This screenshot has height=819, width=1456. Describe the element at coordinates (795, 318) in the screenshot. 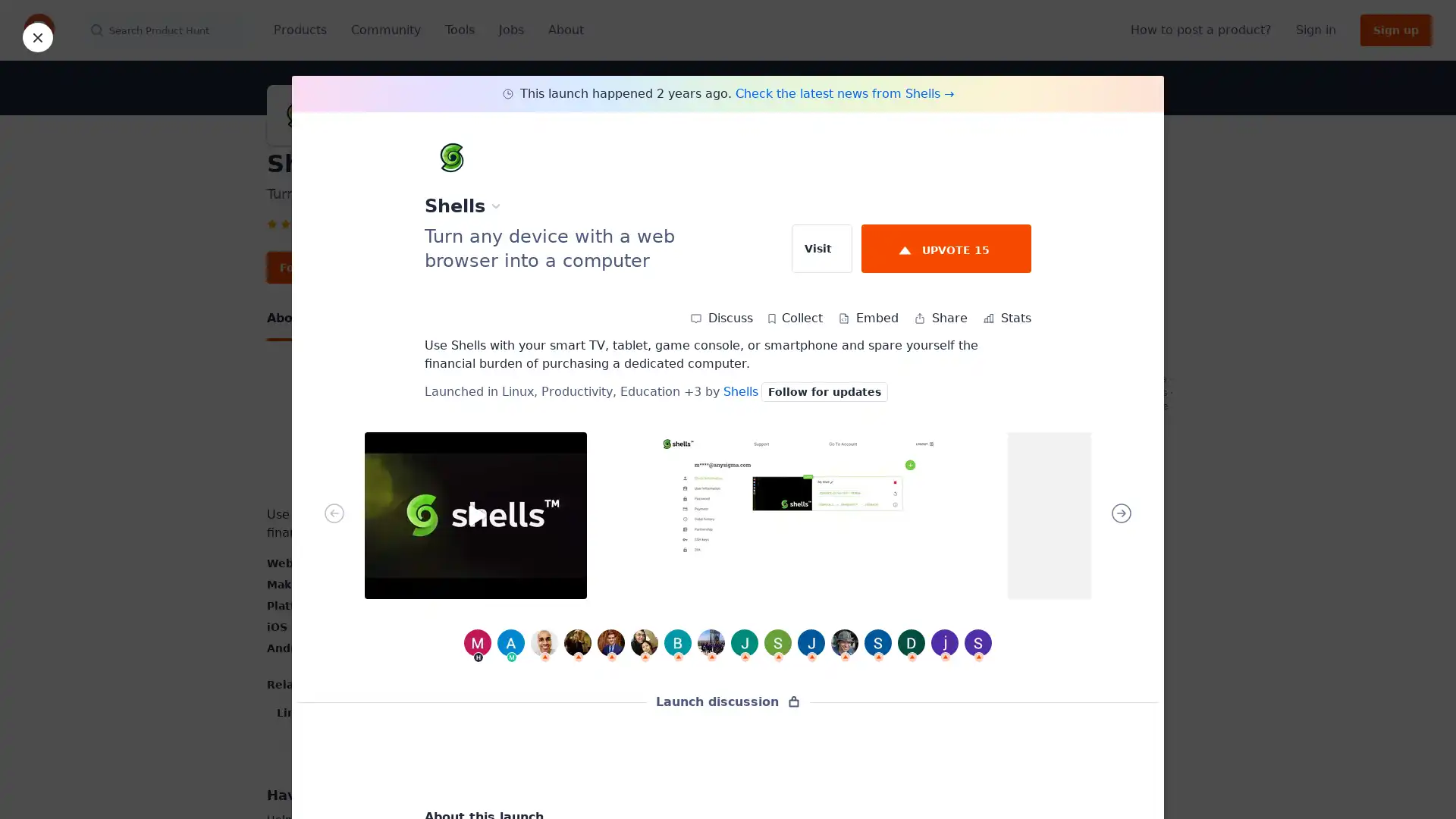

I see `Collect` at that location.